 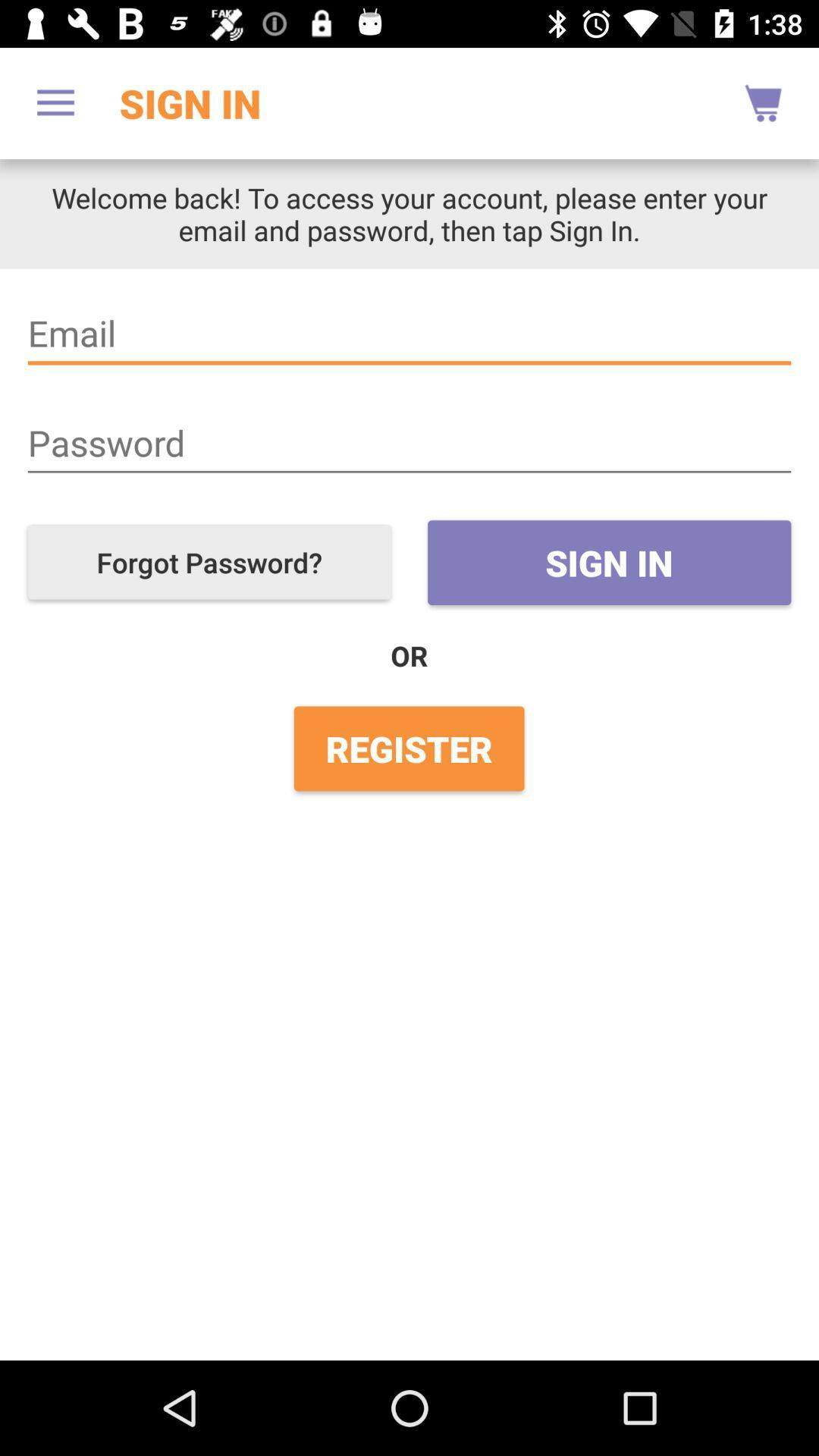 I want to click on item on the left, so click(x=209, y=561).